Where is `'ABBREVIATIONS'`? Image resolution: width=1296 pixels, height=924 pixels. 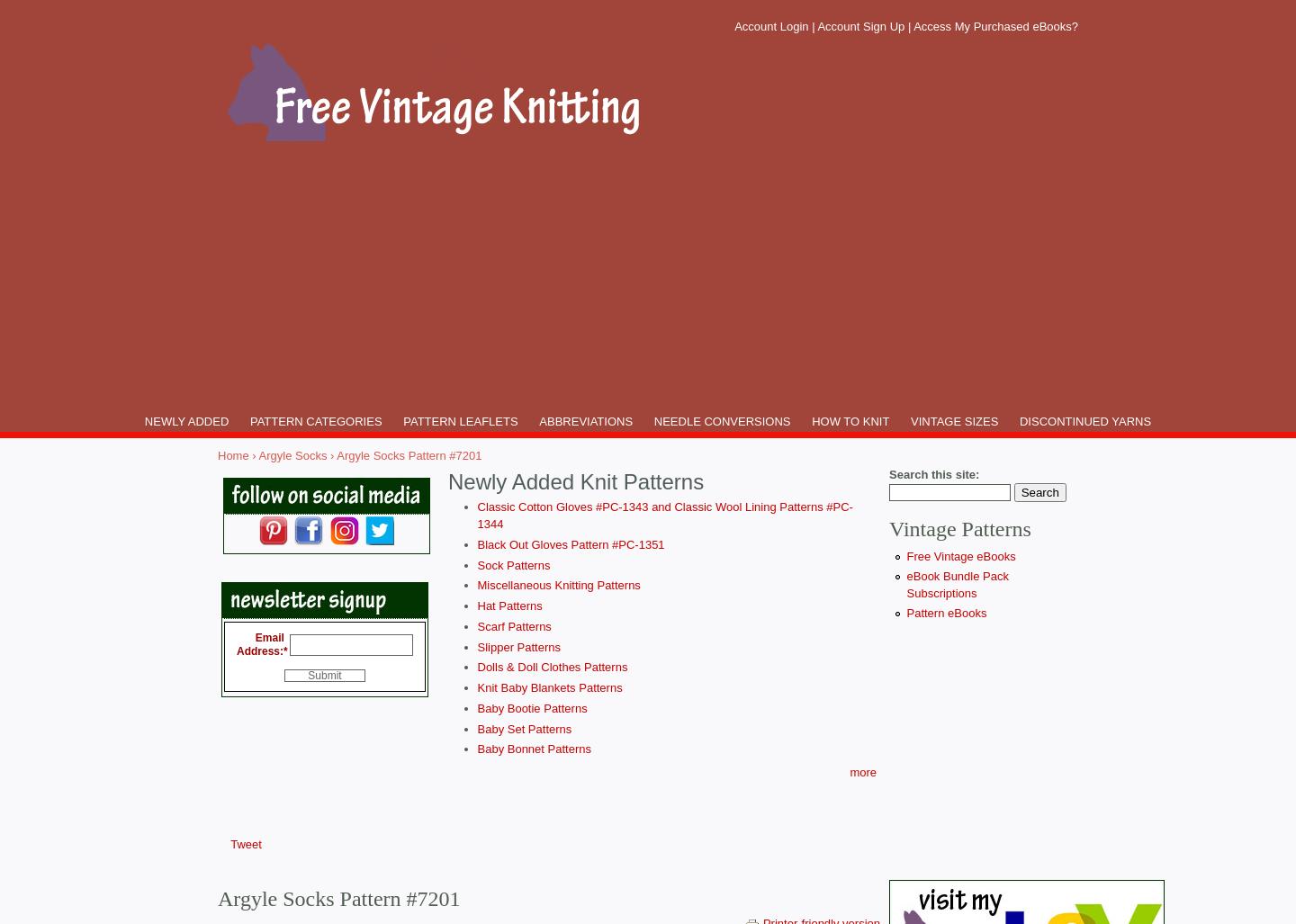 'ABBREVIATIONS' is located at coordinates (585, 421).